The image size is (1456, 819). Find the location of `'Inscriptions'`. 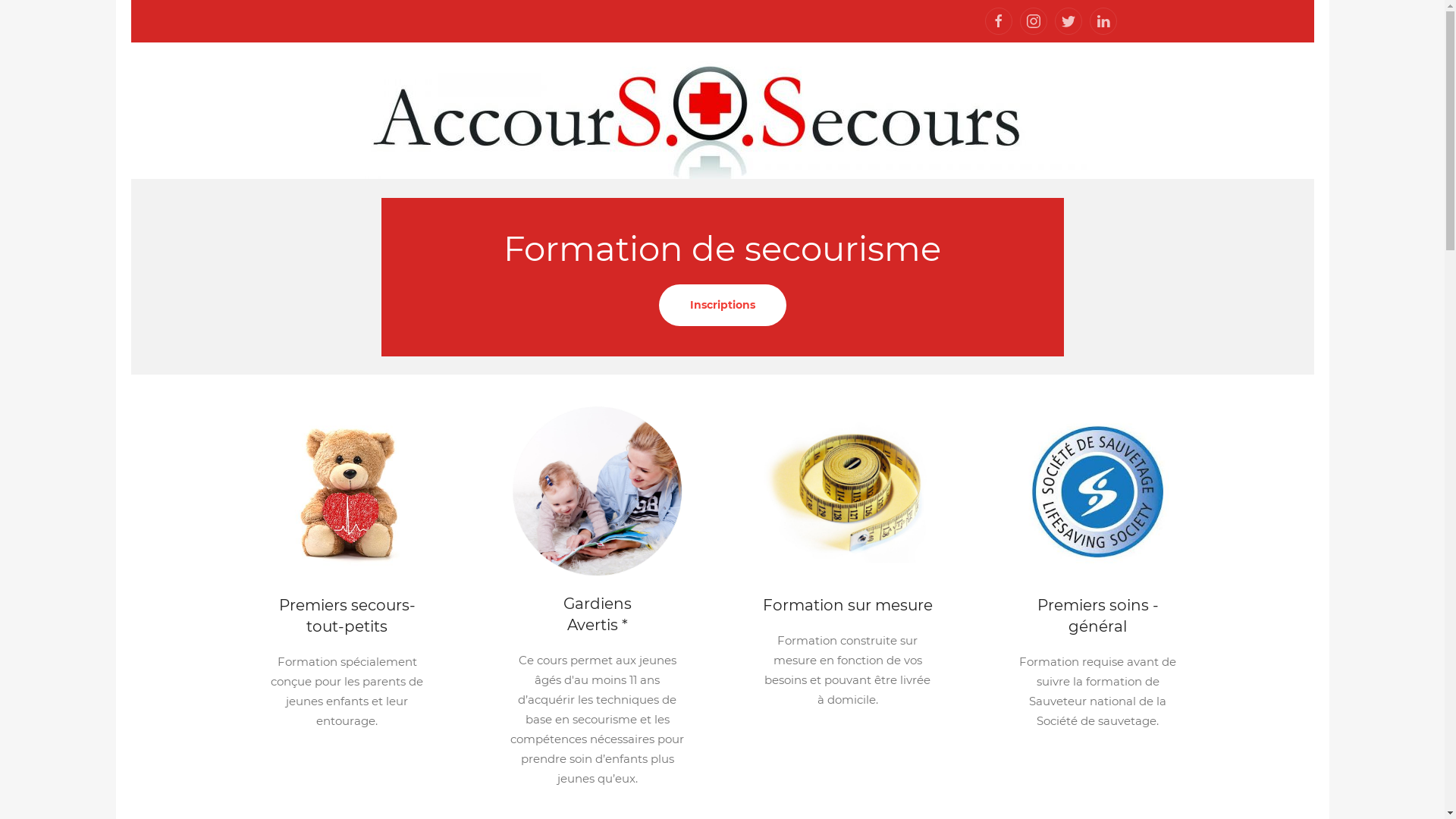

'Inscriptions' is located at coordinates (720, 304).